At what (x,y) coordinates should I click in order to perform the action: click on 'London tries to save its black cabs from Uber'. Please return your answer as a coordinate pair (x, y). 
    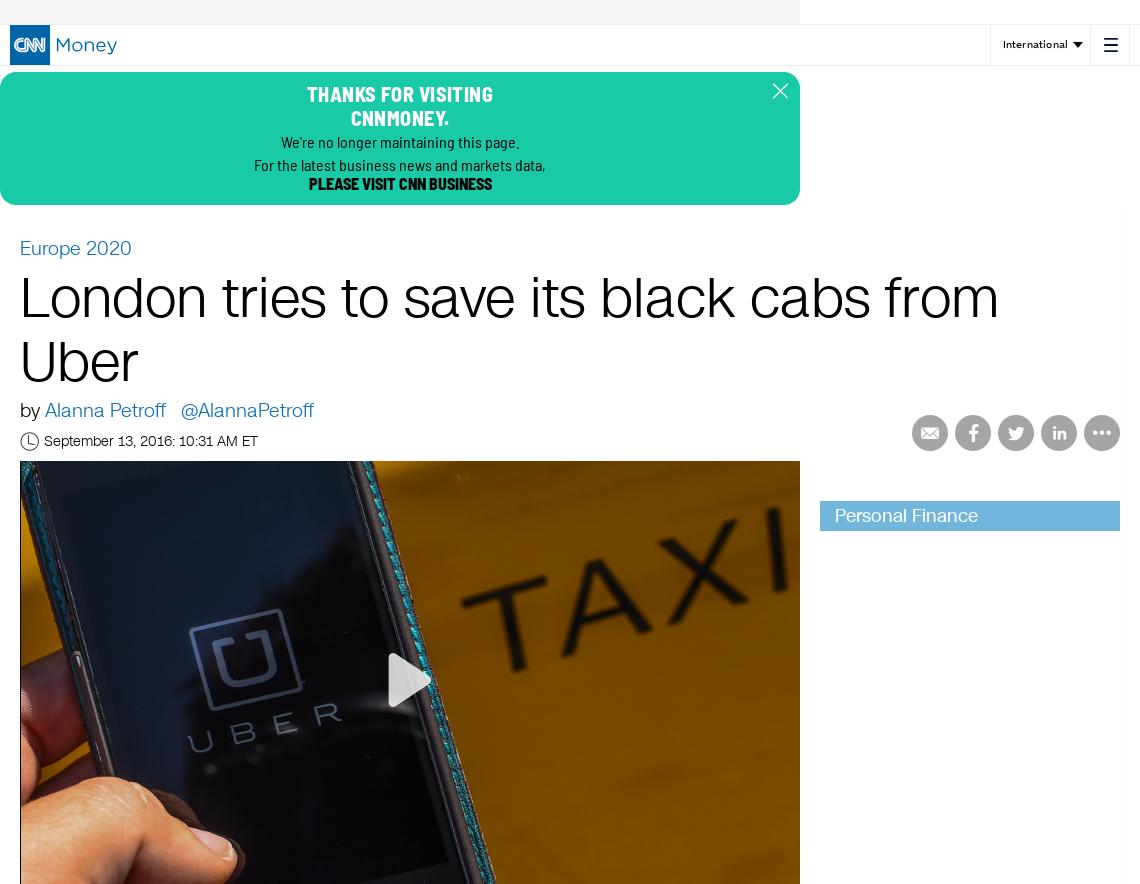
    Looking at the image, I should click on (508, 332).